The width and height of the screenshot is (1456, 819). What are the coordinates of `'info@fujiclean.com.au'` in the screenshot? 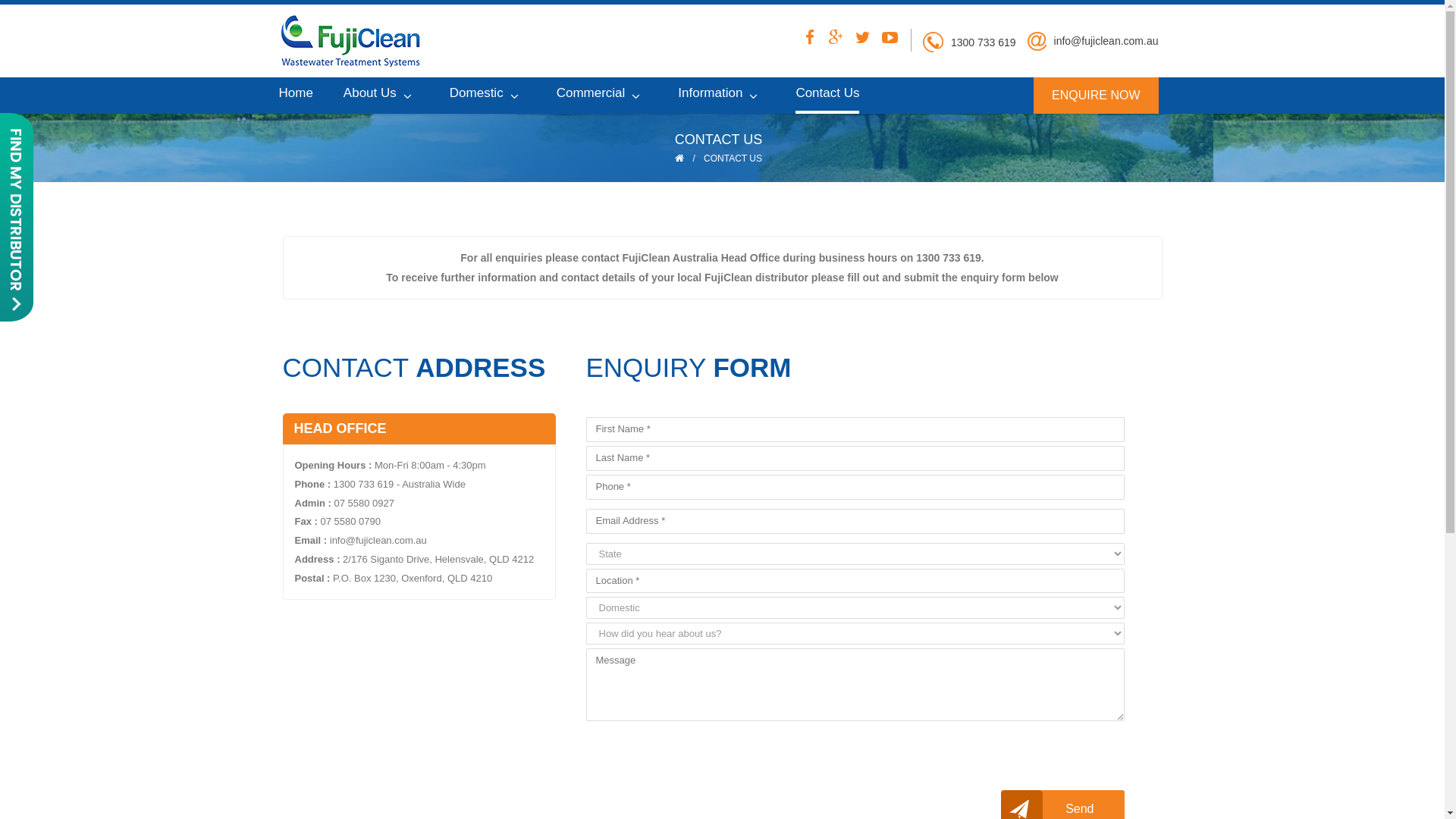 It's located at (1053, 40).